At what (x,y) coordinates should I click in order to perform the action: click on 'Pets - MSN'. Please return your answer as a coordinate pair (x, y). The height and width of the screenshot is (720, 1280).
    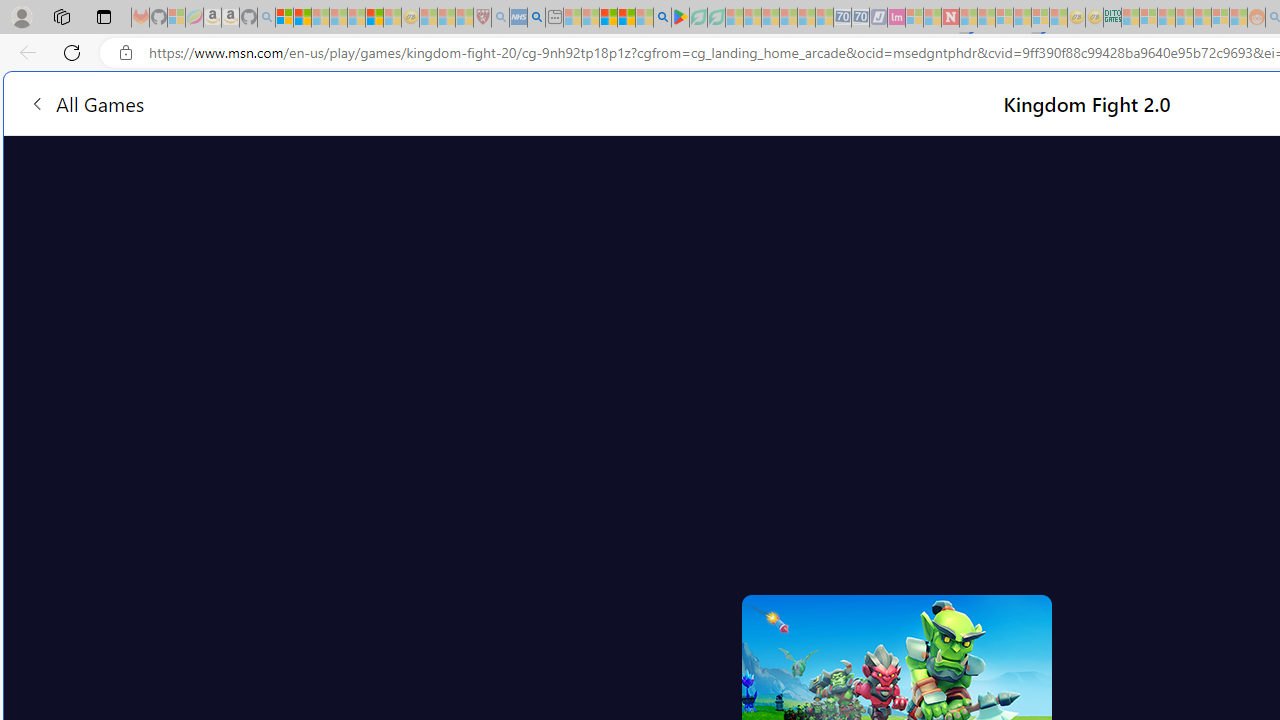
    Looking at the image, I should click on (625, 17).